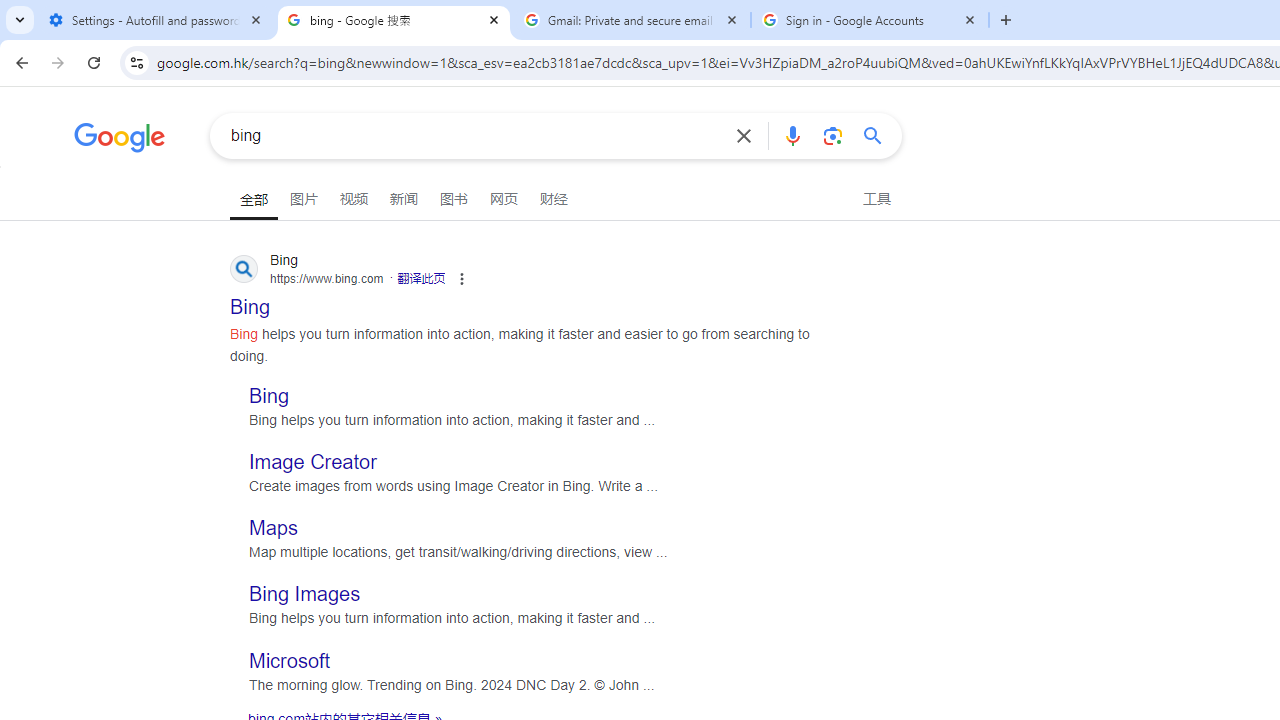 The height and width of the screenshot is (720, 1280). I want to click on 'Bing Images', so click(304, 593).